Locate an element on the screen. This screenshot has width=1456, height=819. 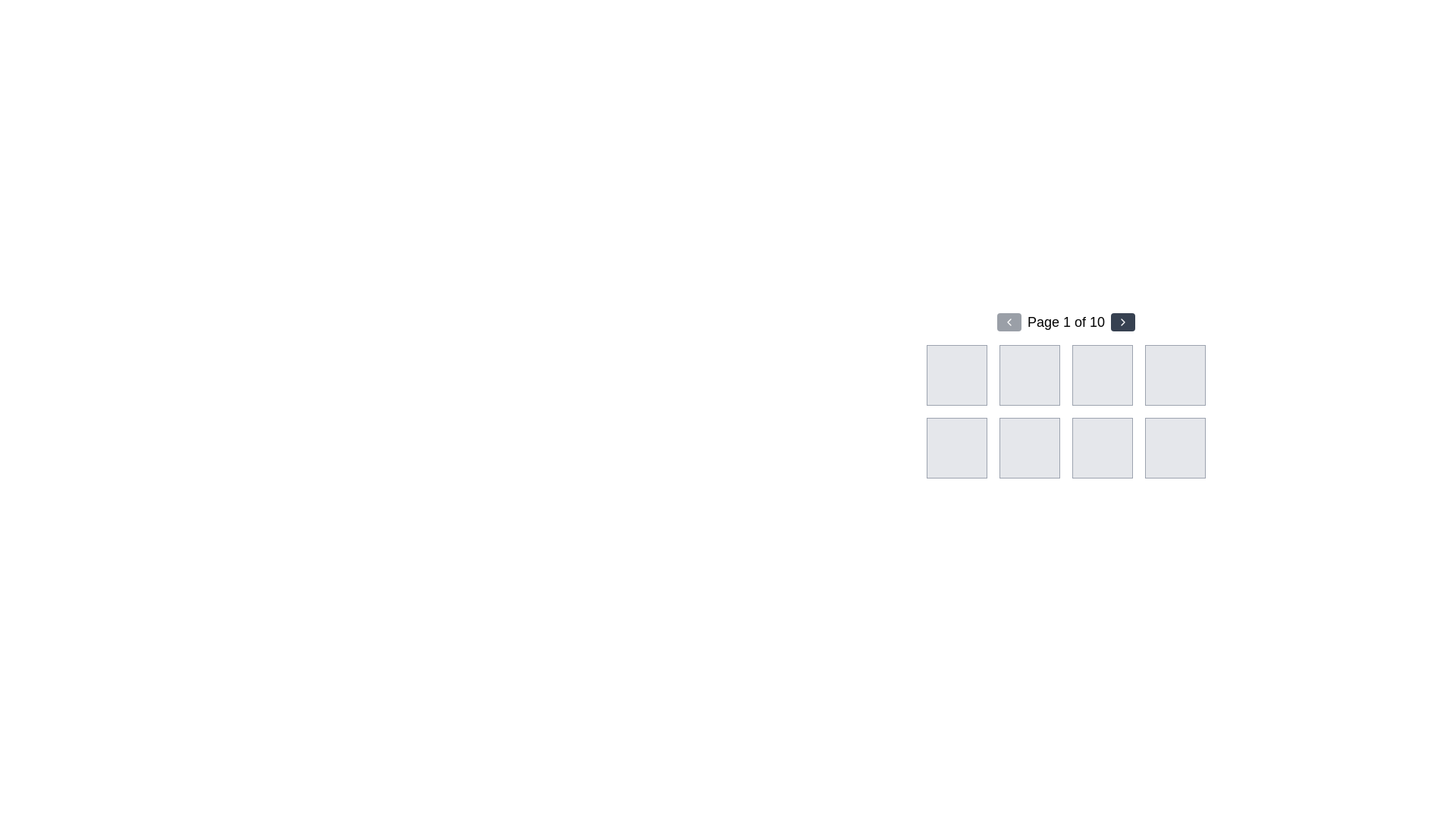
the square-shaped grid cell with a light gray background and dark border located in the first row, second column of the grid is located at coordinates (1030, 375).